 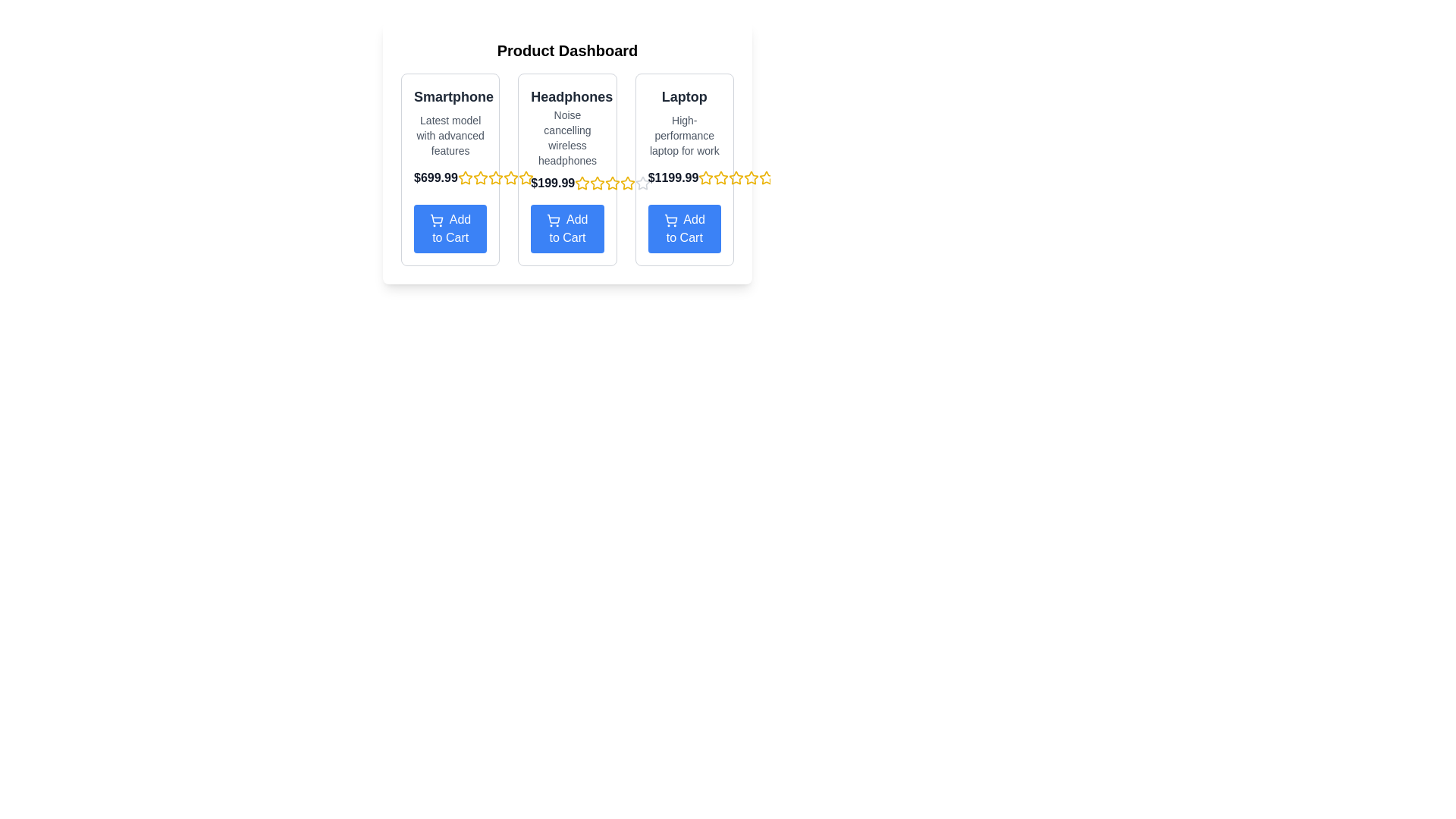 I want to click on the seventh star rating icon for the 'Laptop' product, located under its price in the 'Product Dashboard' section, so click(x=736, y=177).